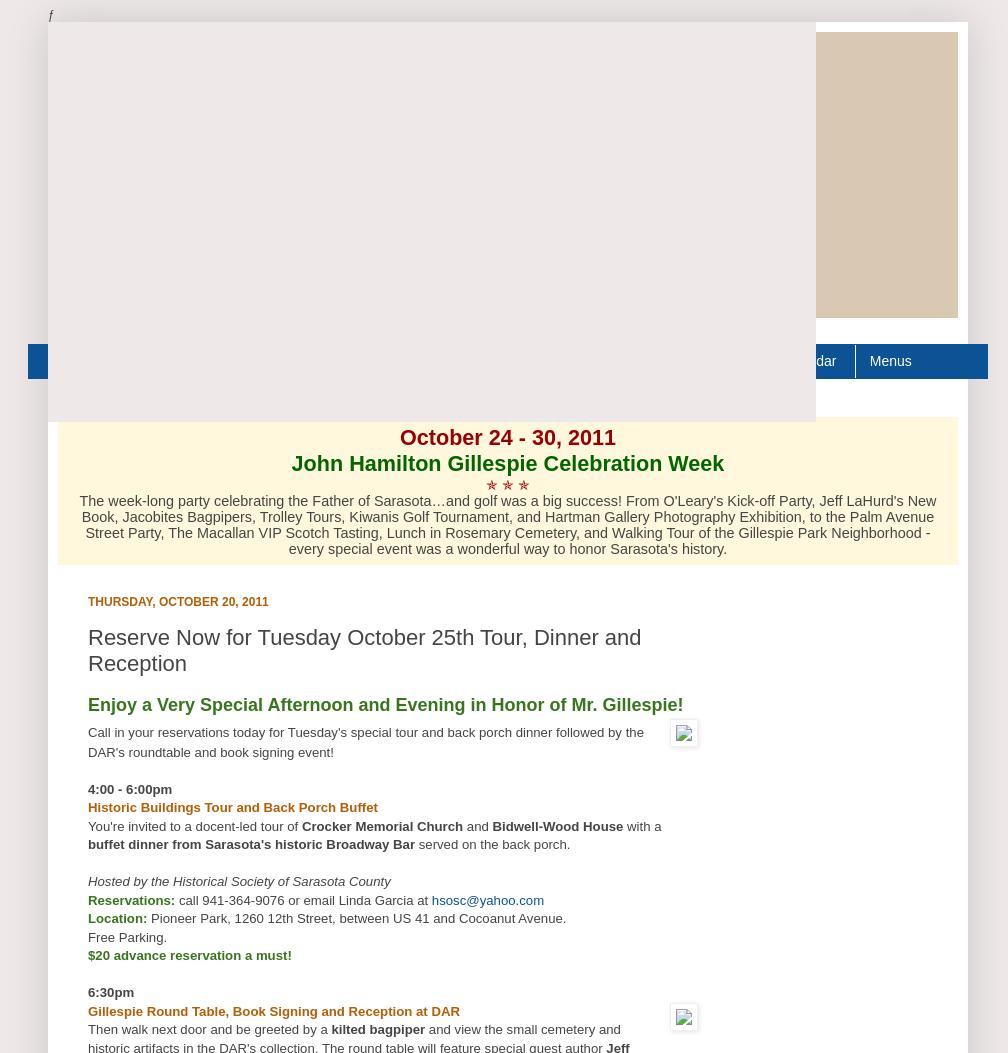  What do you see at coordinates (232, 359) in the screenshot?
I see `'Books'` at bounding box center [232, 359].